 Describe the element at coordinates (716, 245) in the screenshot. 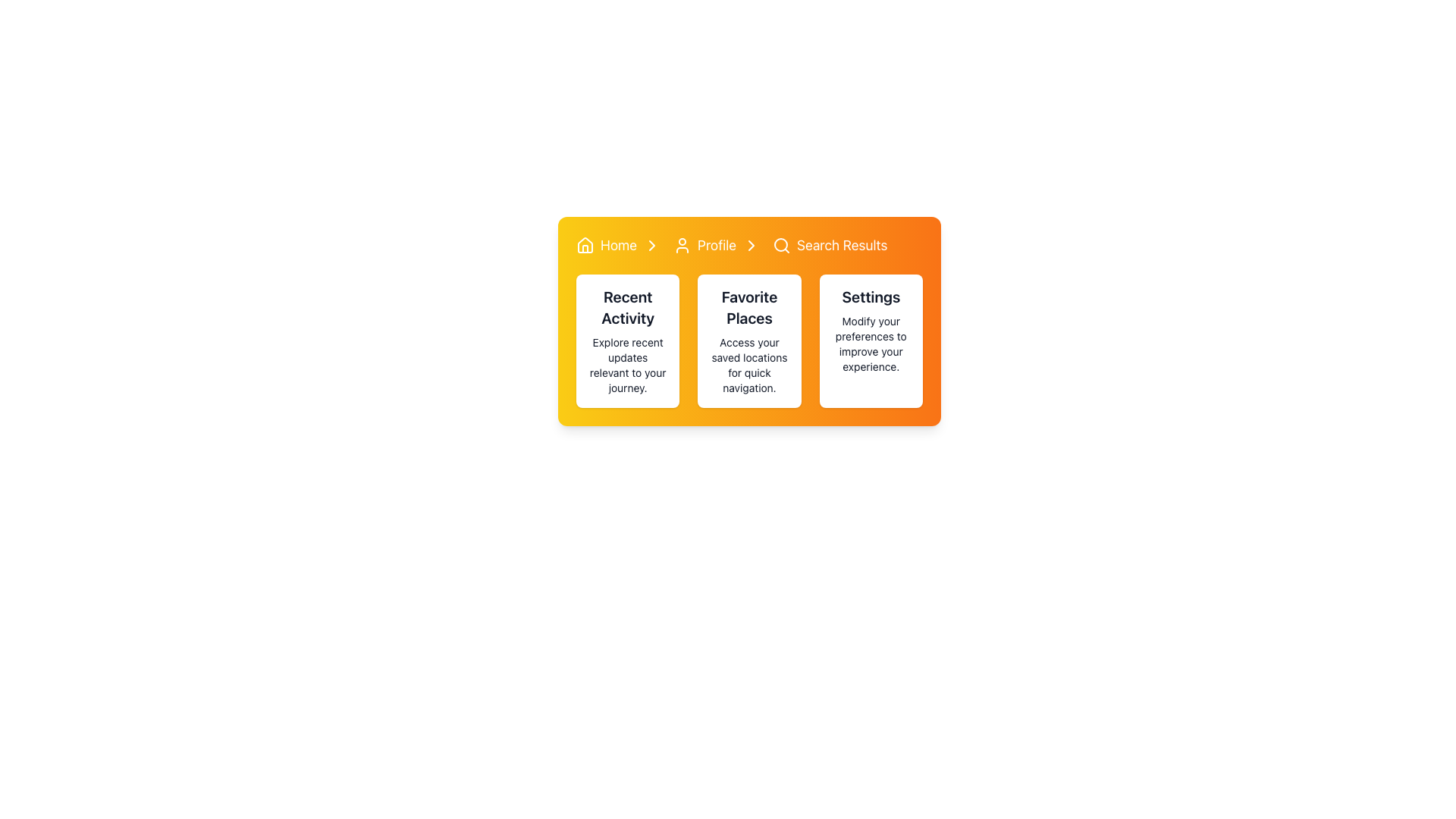

I see `the 'Profile' text link which is styled with white text on an orange background in the breadcrumb navigation bar` at that location.